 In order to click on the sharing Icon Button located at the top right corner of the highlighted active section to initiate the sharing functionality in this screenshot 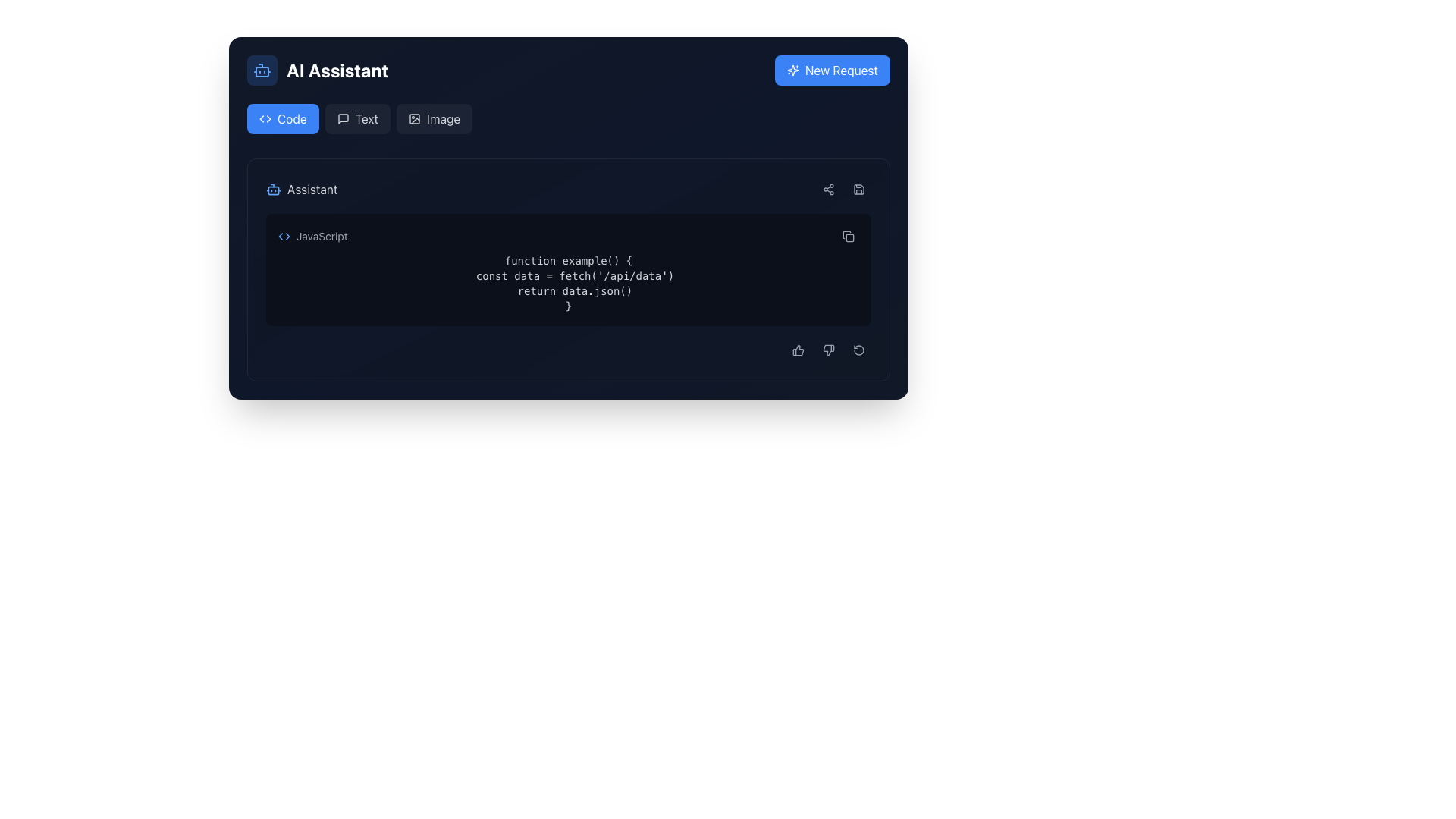, I will do `click(828, 189)`.